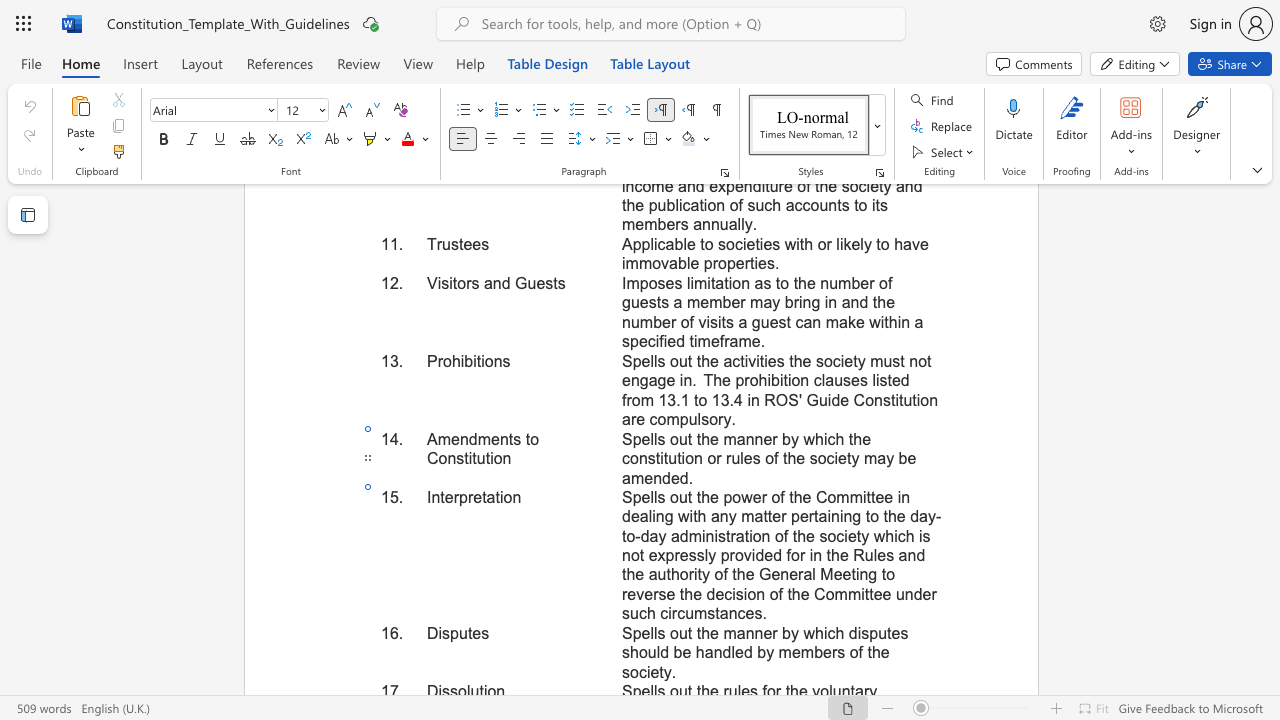 The height and width of the screenshot is (720, 1280). Describe the element at coordinates (428, 496) in the screenshot. I see `the 1th character "I" in the text` at that location.